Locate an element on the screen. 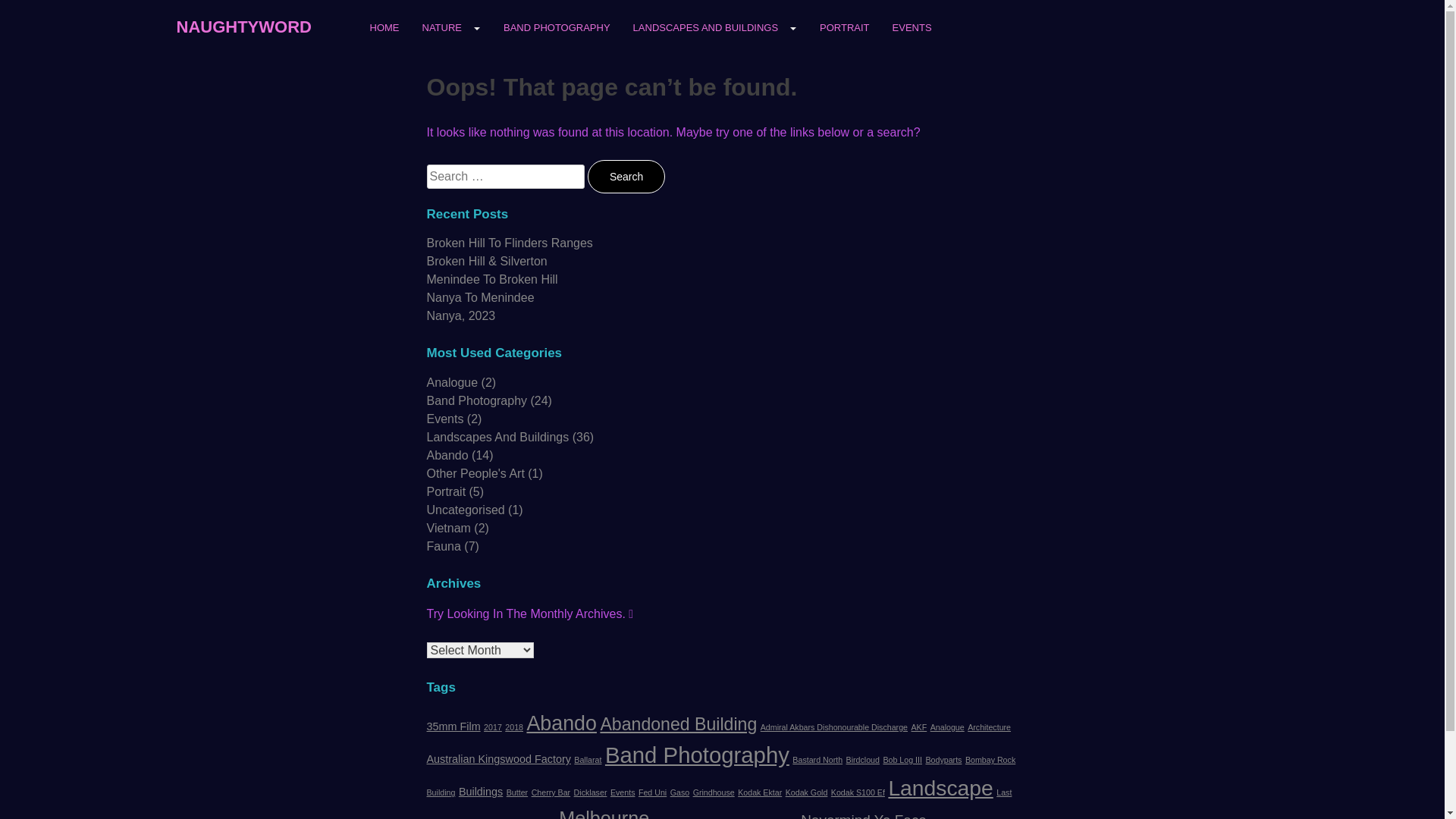 This screenshot has width=1456, height=819. '2018' is located at coordinates (513, 726).